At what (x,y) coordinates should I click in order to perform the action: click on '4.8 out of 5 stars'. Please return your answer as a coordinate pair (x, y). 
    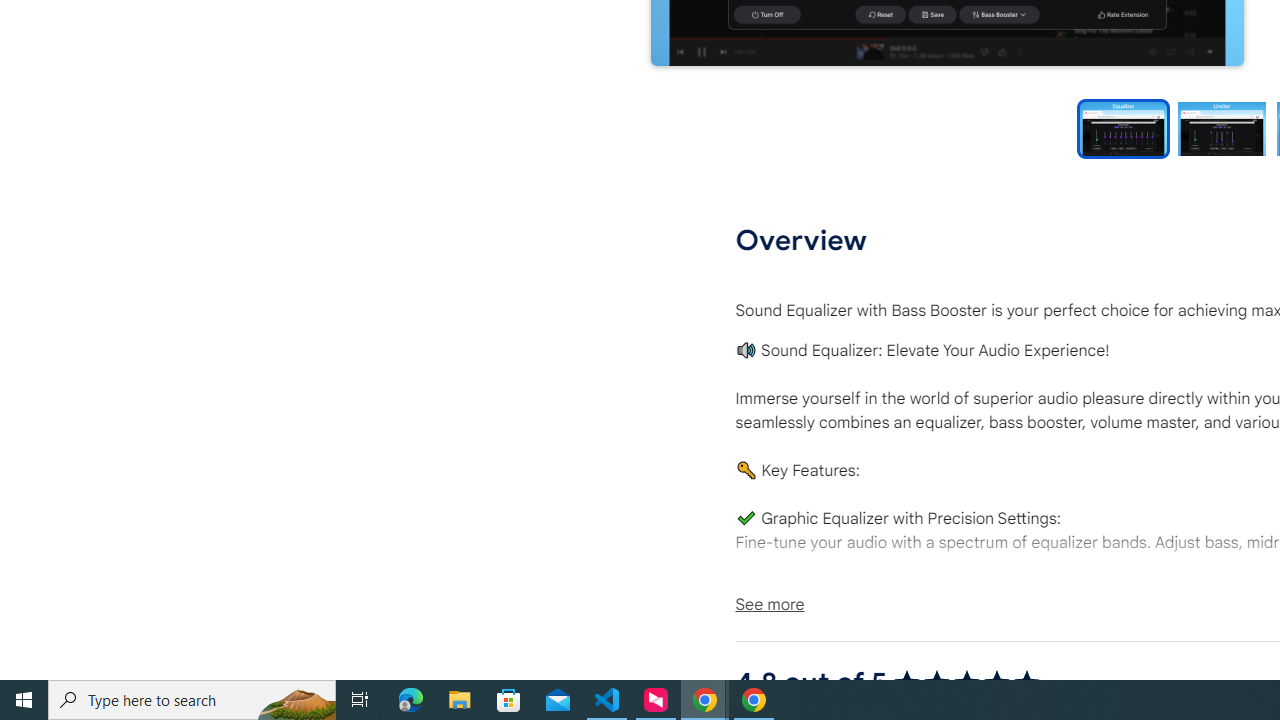
    Looking at the image, I should click on (966, 681).